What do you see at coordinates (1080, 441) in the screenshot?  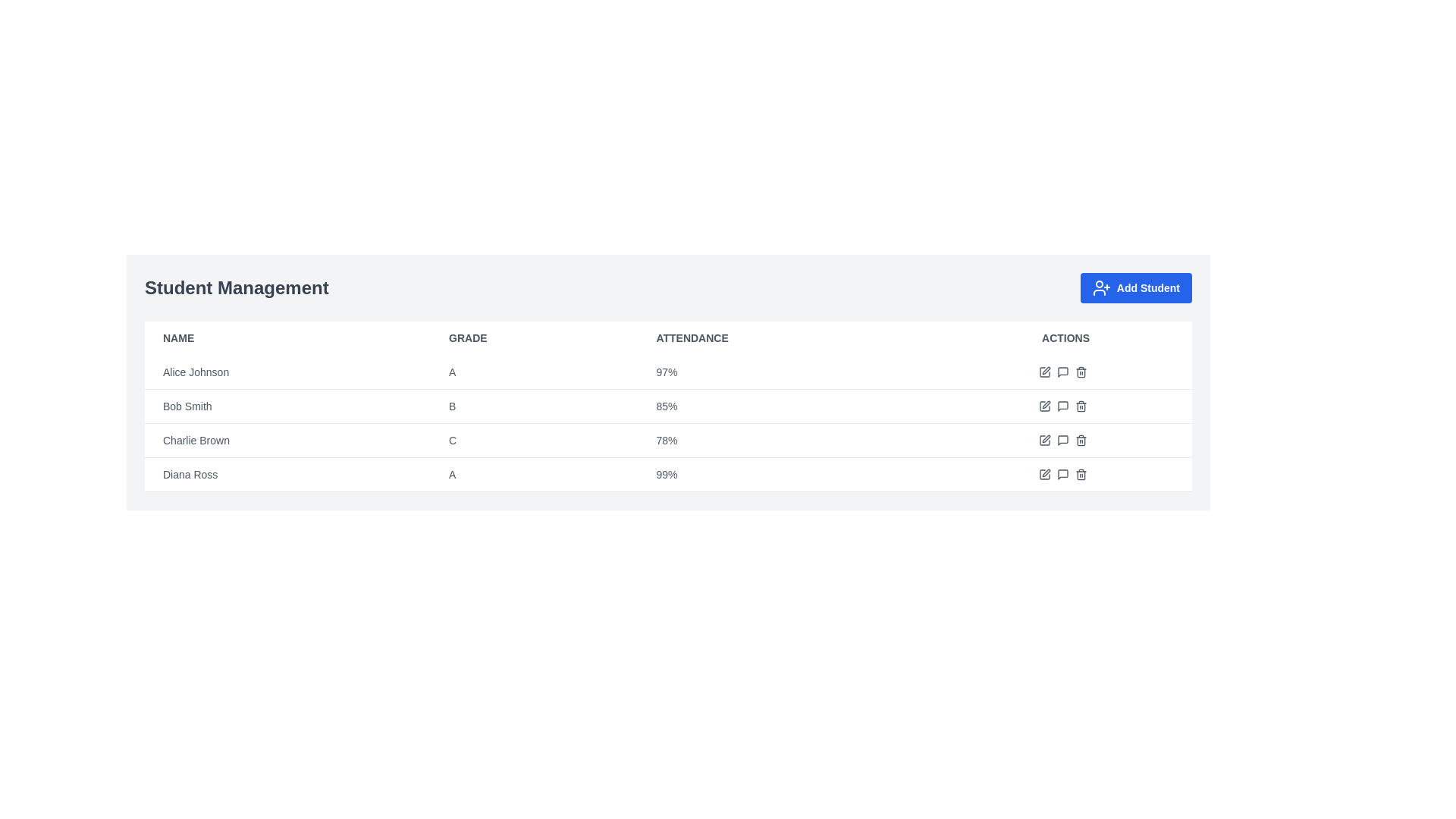 I see `the trash can icon in the 'Actions' column for the data entity 'Charlie Brown'` at bounding box center [1080, 441].